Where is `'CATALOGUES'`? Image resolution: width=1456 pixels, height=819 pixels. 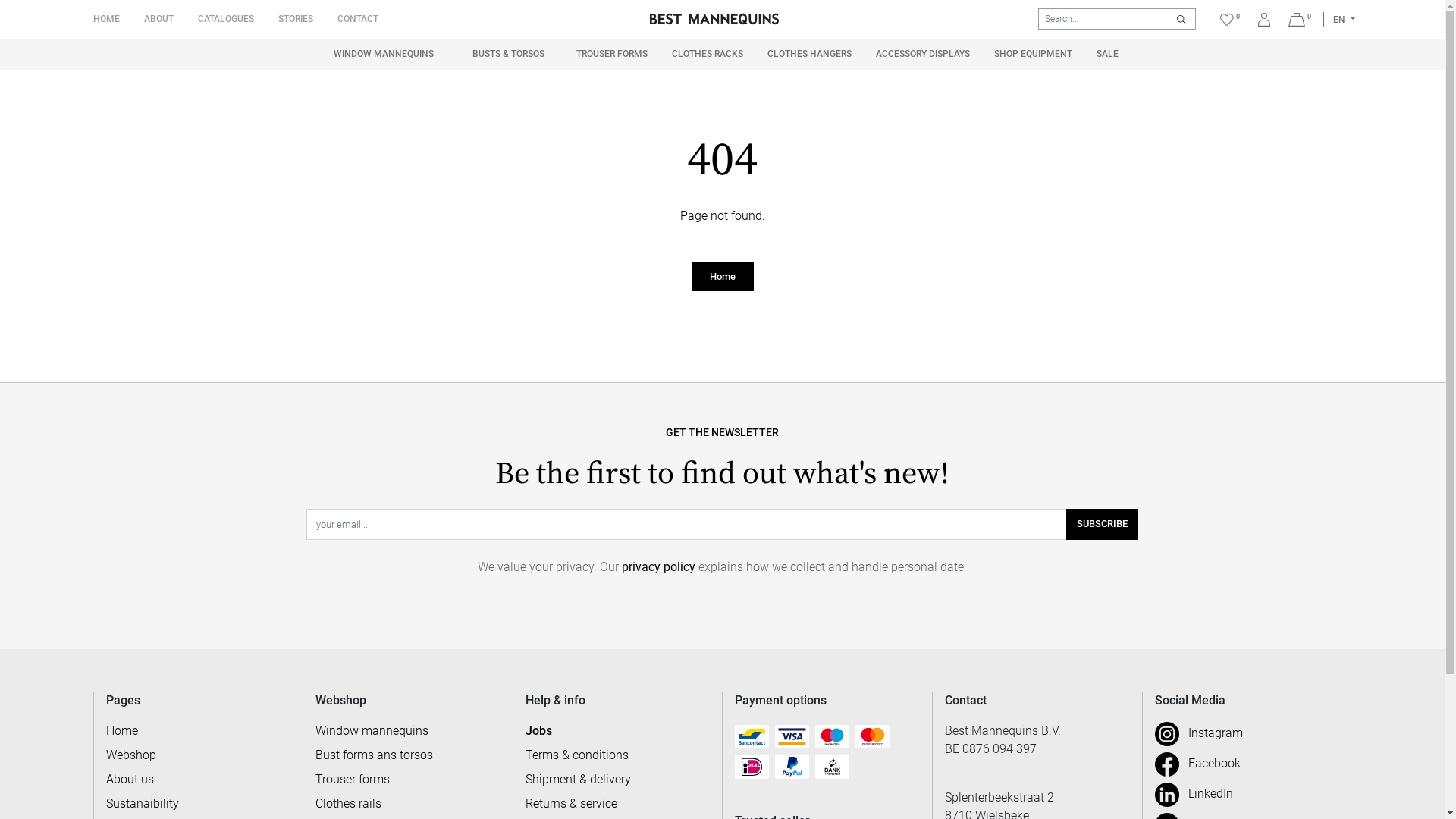 'CATALOGUES' is located at coordinates (224, 18).